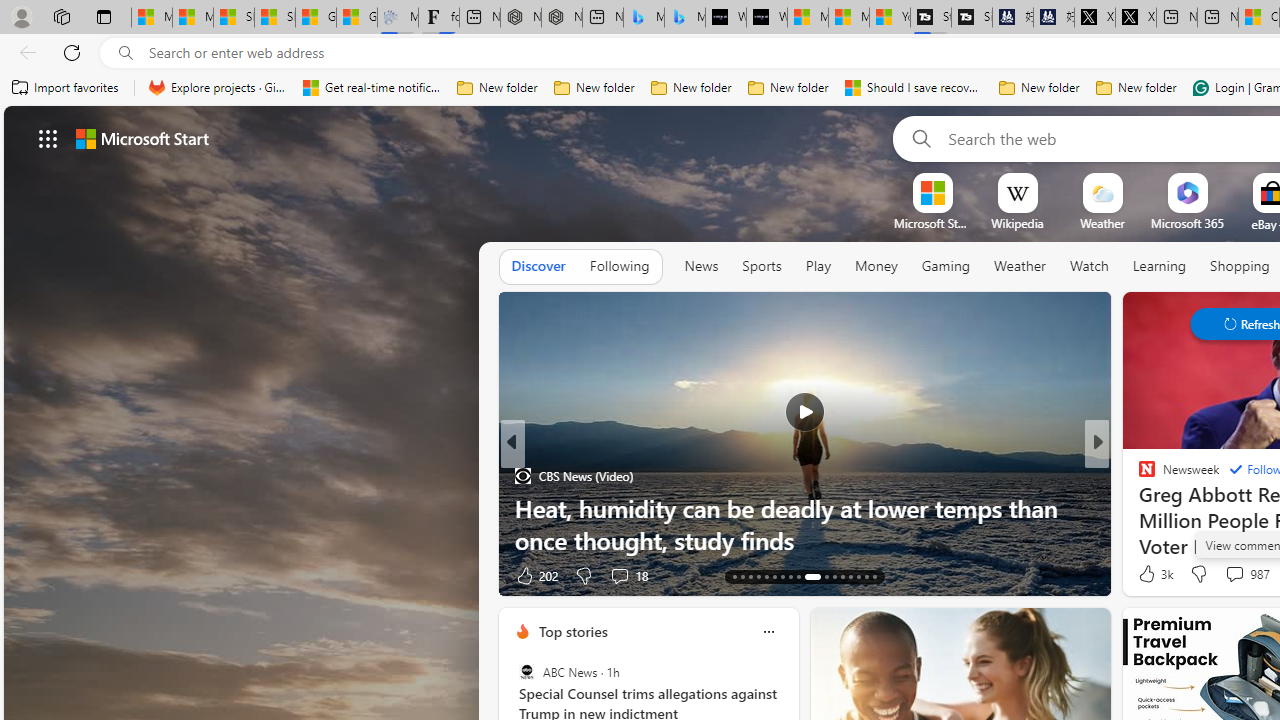 Image resolution: width=1280 pixels, height=720 pixels. Describe the element at coordinates (1088, 265) in the screenshot. I see `'Watch'` at that location.